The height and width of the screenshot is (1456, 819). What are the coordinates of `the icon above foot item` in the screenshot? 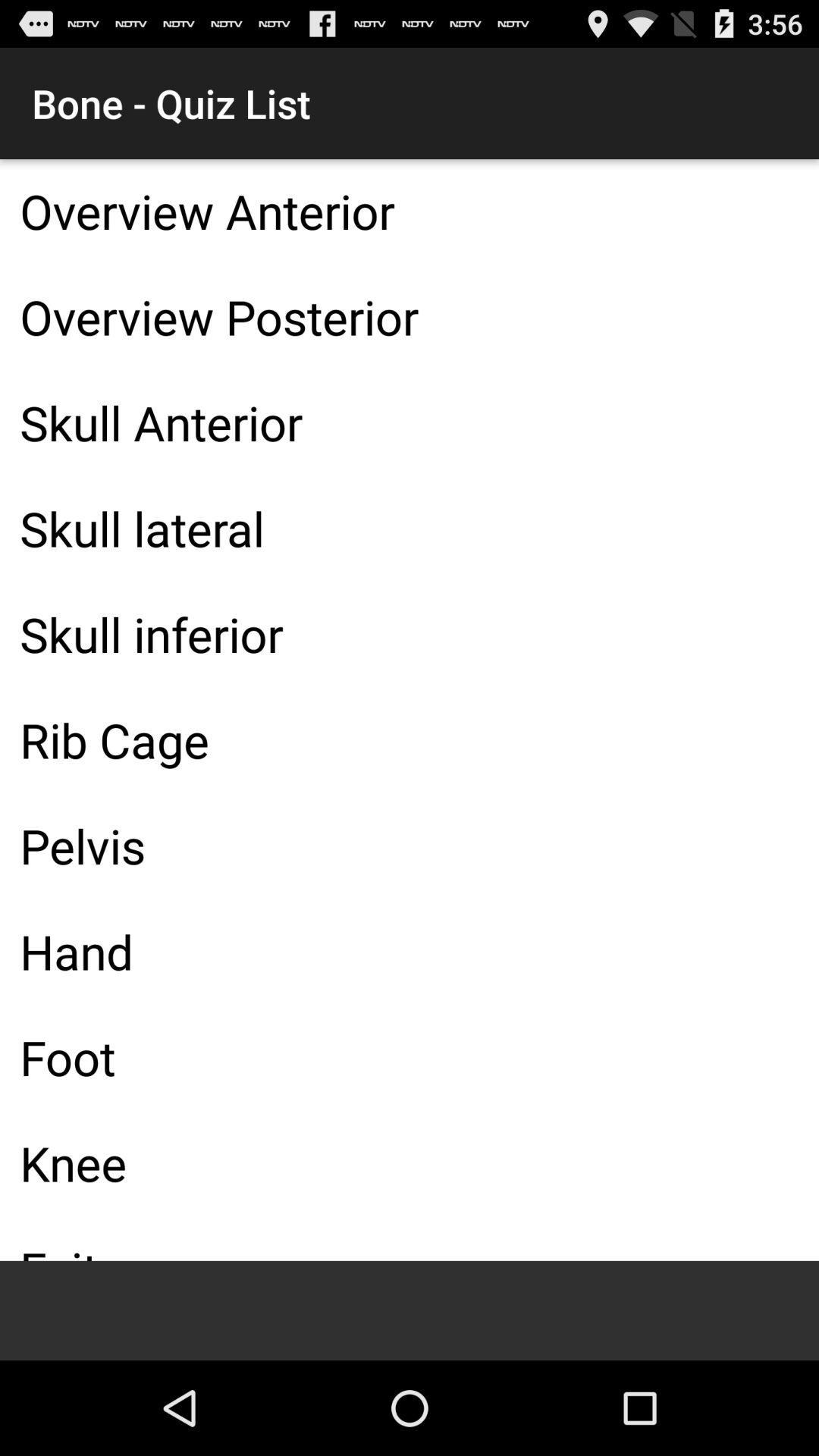 It's located at (409, 950).